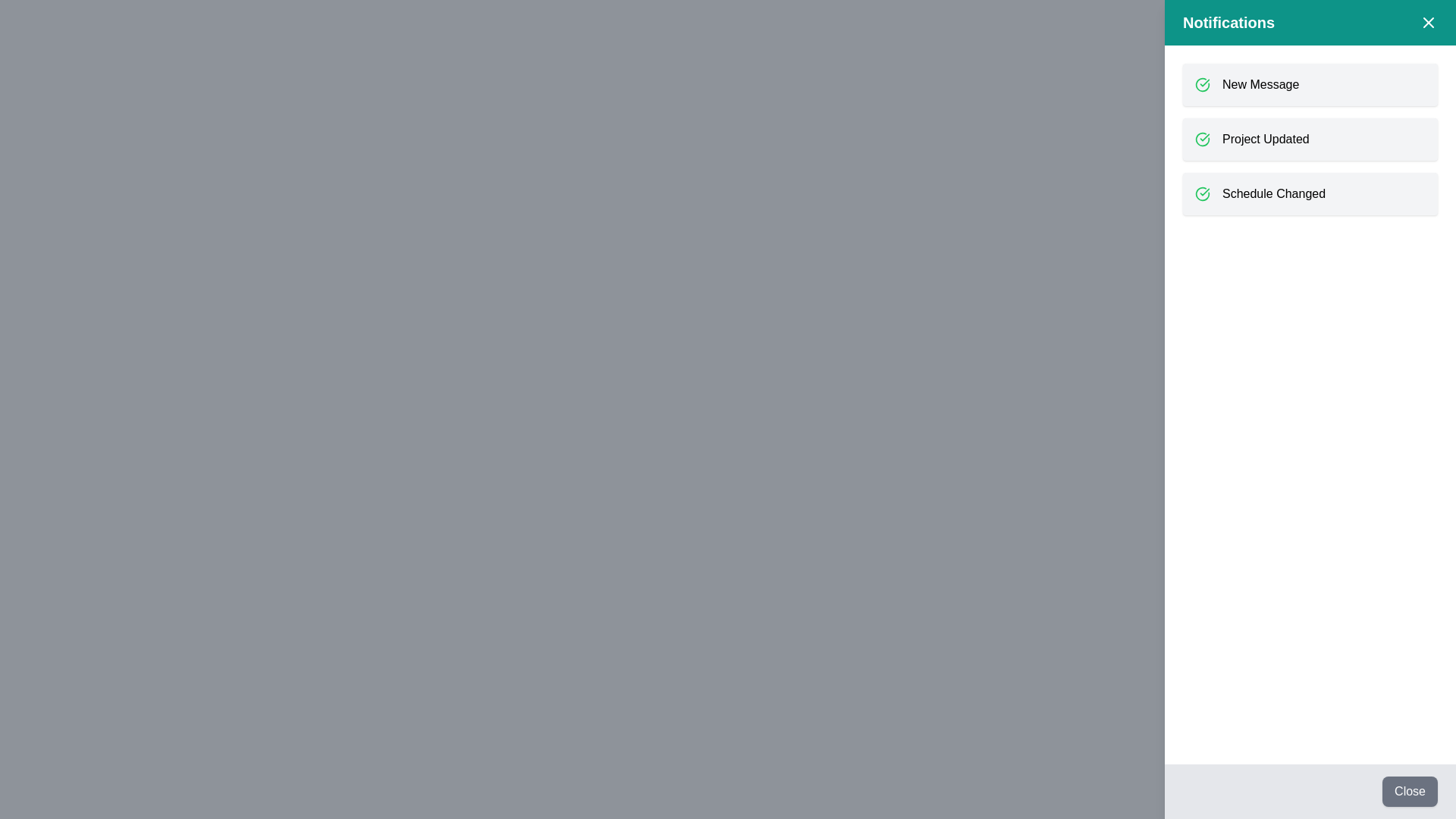  Describe the element at coordinates (1409, 791) in the screenshot. I see `the close button located in the bottom-right corner of the gray background bar` at that location.